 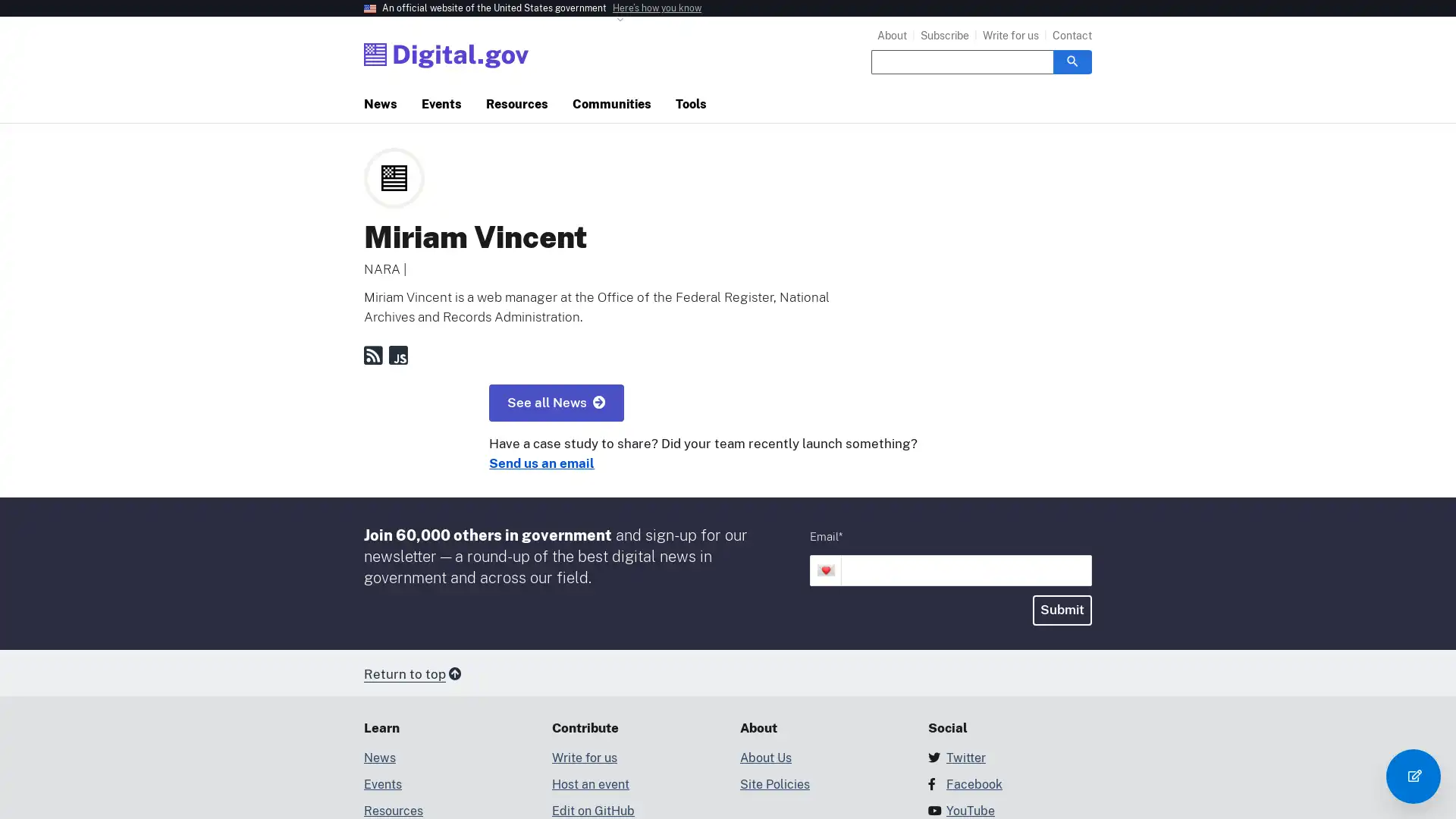 I want to click on Heres how you know, so click(x=657, y=8).